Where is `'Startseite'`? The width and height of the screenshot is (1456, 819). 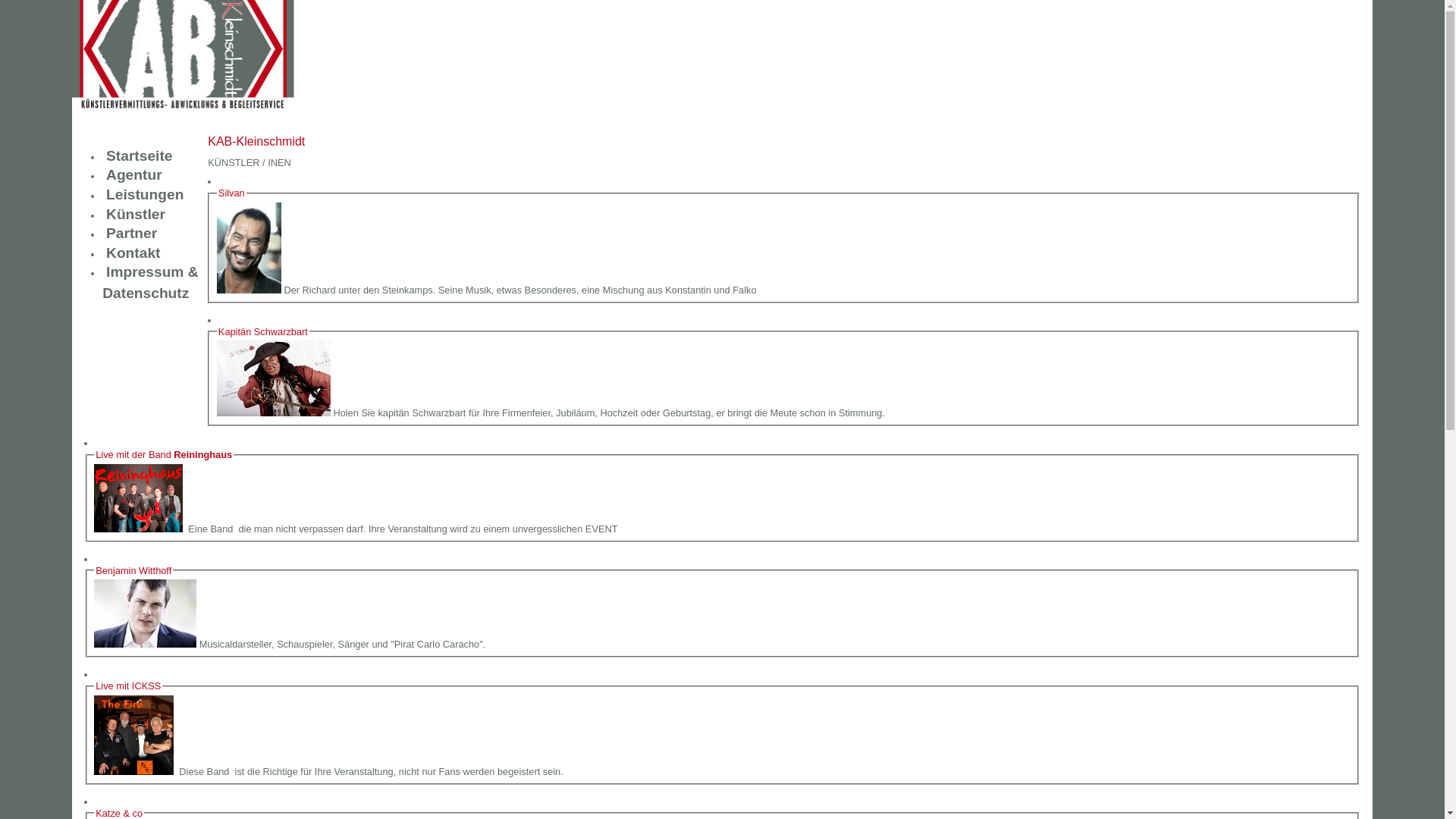
'Startseite' is located at coordinates (139, 155).